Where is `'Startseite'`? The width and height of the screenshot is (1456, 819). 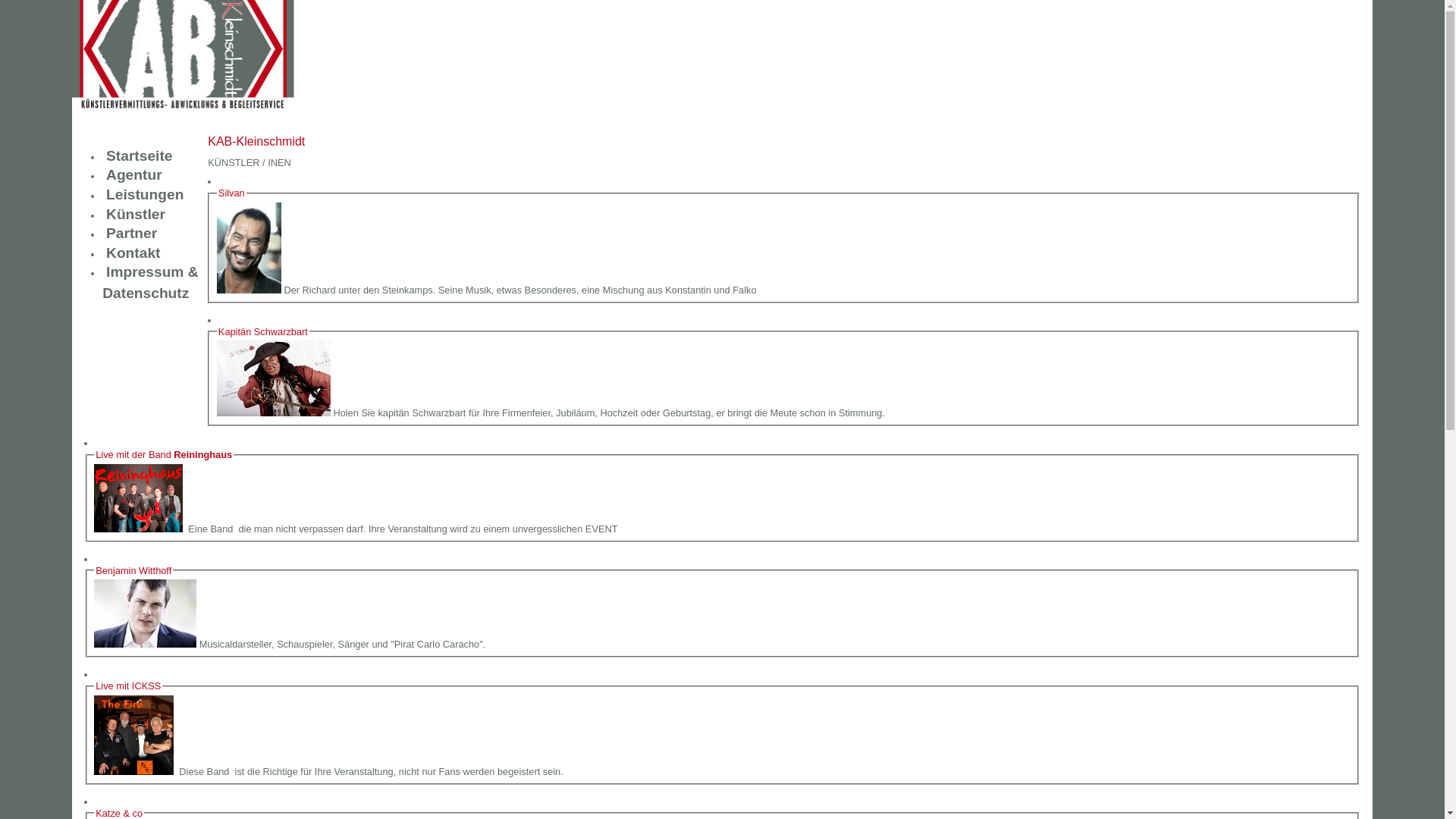
'Startseite' is located at coordinates (139, 155).